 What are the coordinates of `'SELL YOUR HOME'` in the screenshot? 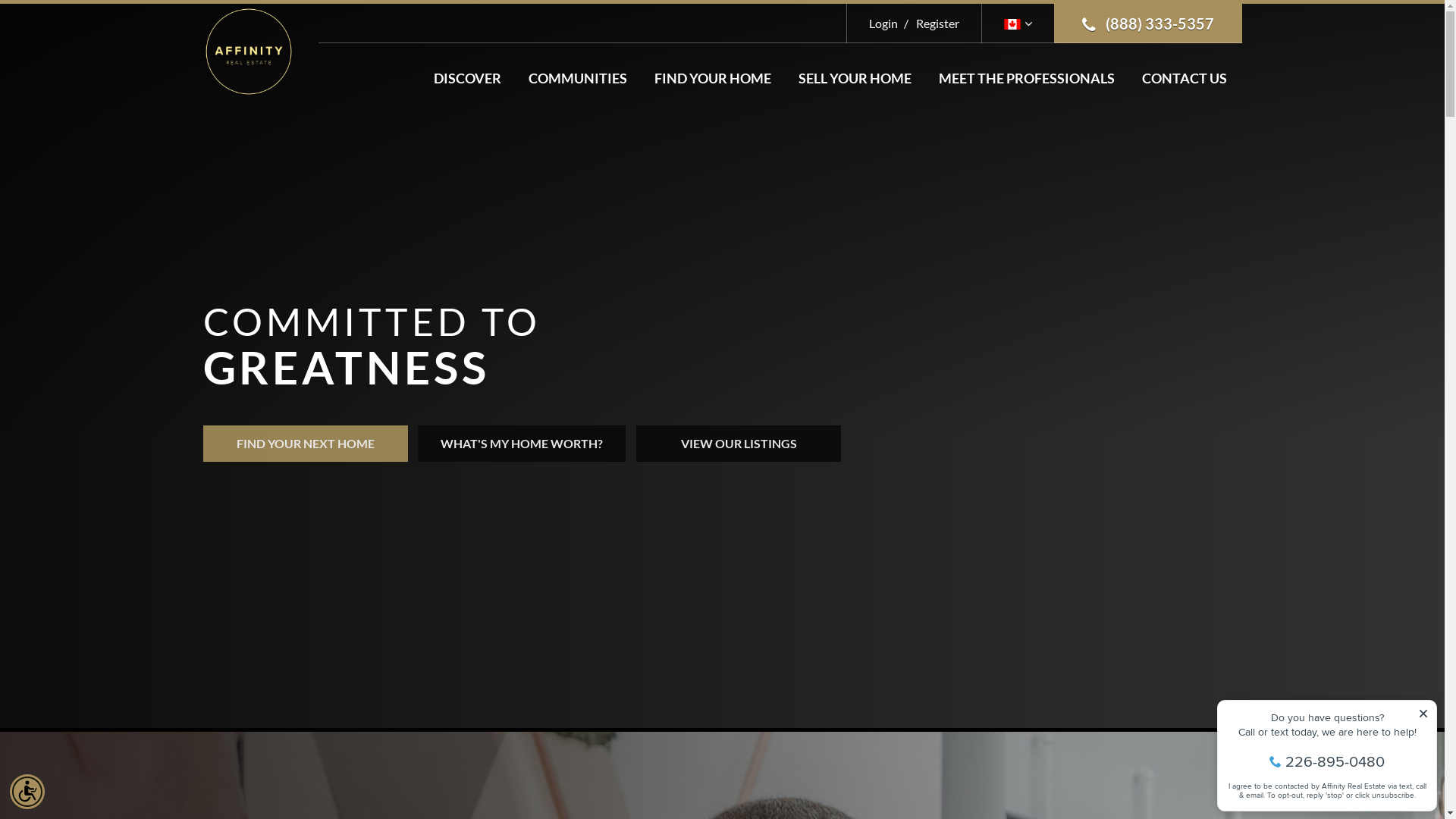 It's located at (854, 78).